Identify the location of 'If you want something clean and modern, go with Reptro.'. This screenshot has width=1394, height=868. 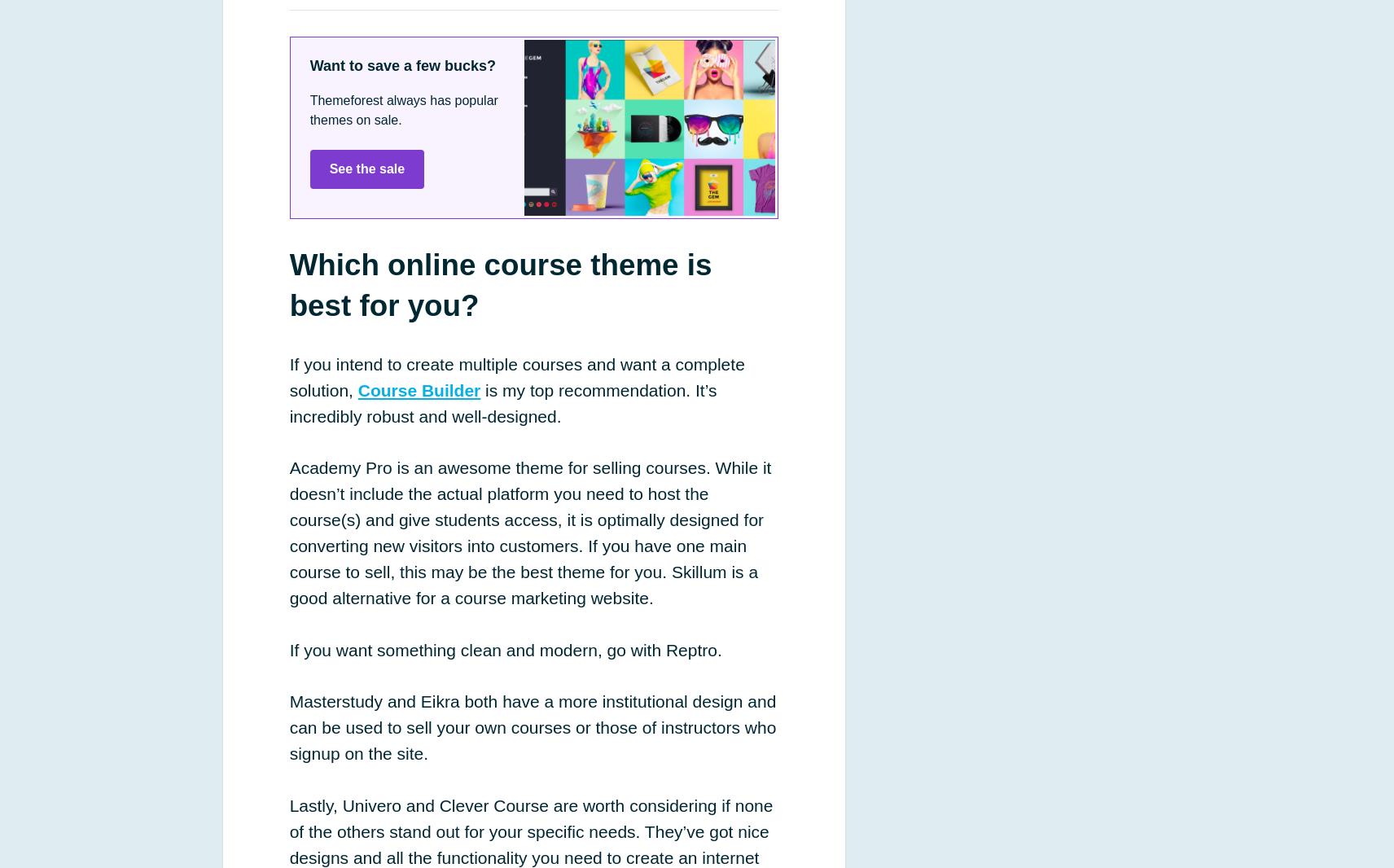
(504, 648).